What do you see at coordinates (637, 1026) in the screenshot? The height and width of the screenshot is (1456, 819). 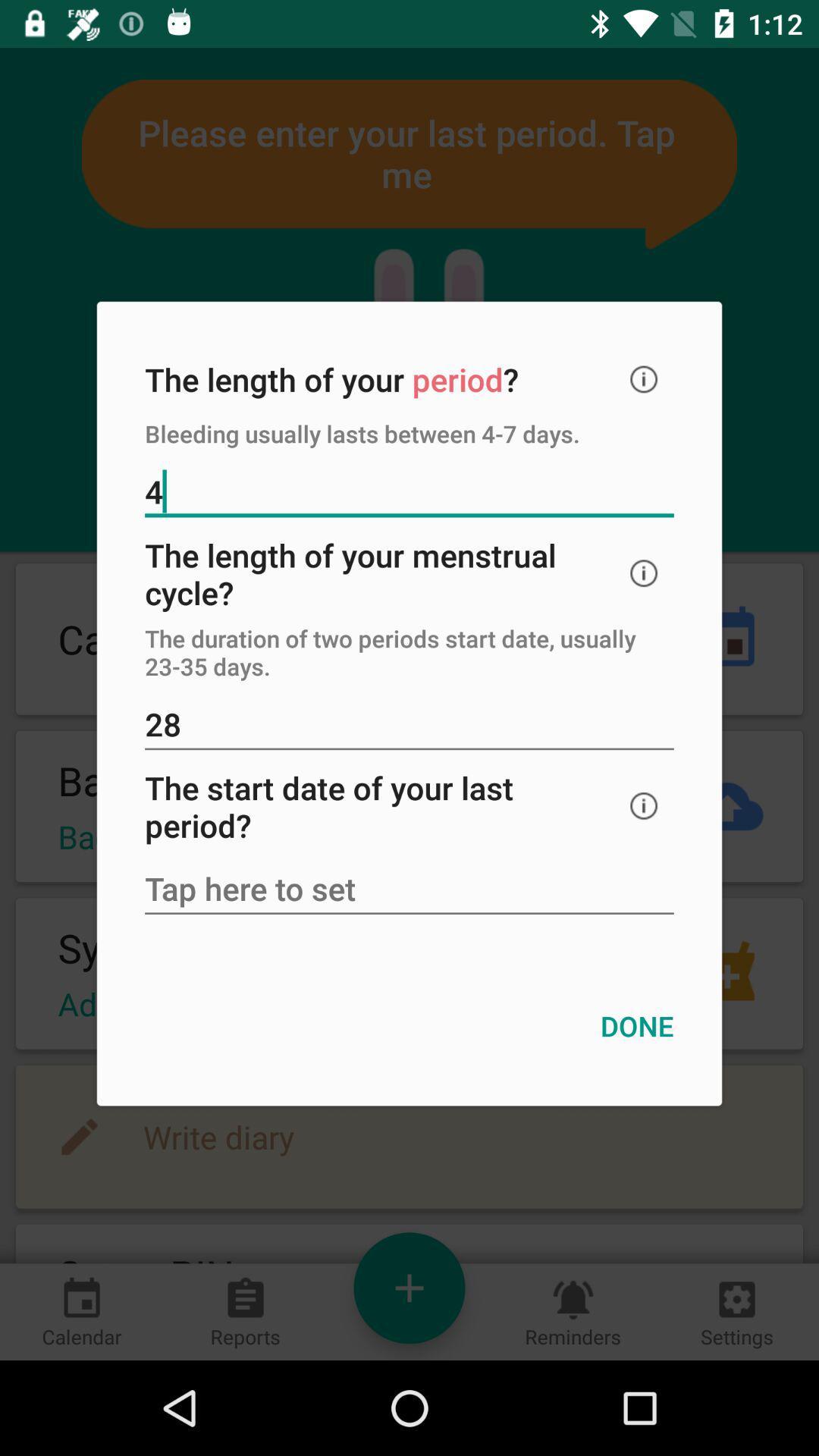 I see `item at the bottom right corner` at bounding box center [637, 1026].